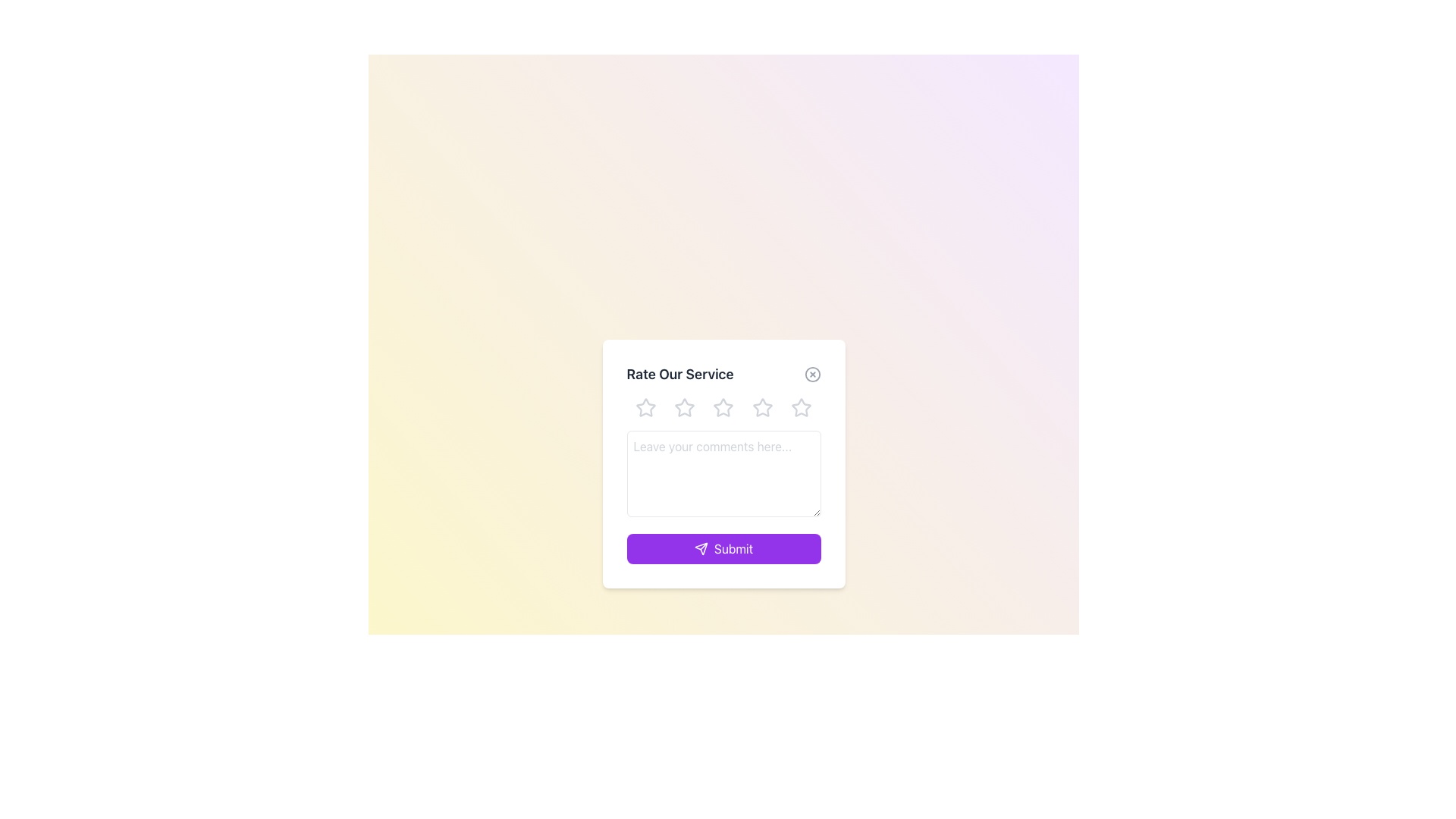 The width and height of the screenshot is (1456, 819). Describe the element at coordinates (684, 406) in the screenshot. I see `the second star in the rating section below the text 'Rate Our Service'` at that location.